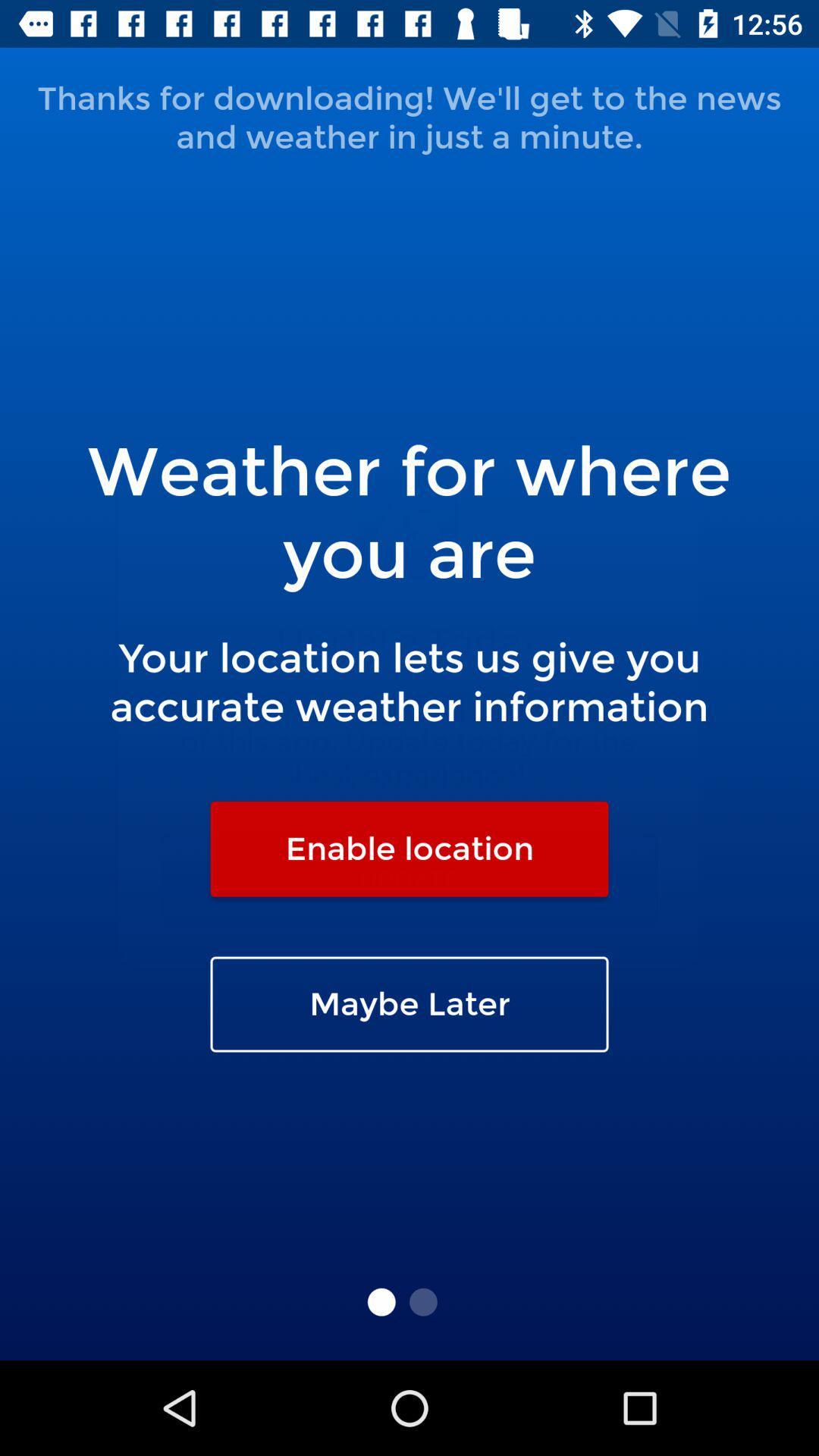  Describe the element at coordinates (409, 848) in the screenshot. I see `the icon above the maybe later icon` at that location.